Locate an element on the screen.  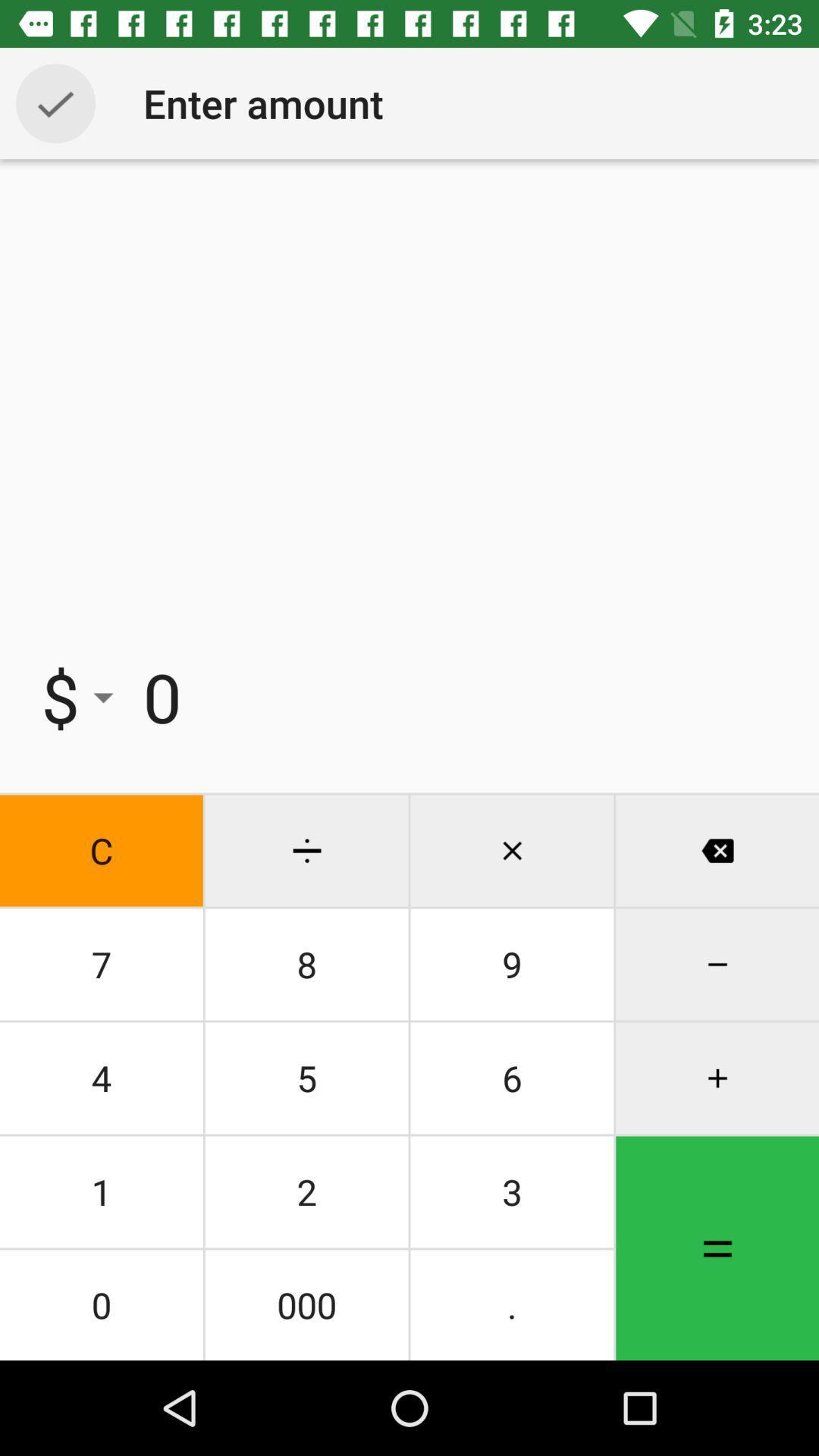
the icon below the c icon is located at coordinates (101, 964).